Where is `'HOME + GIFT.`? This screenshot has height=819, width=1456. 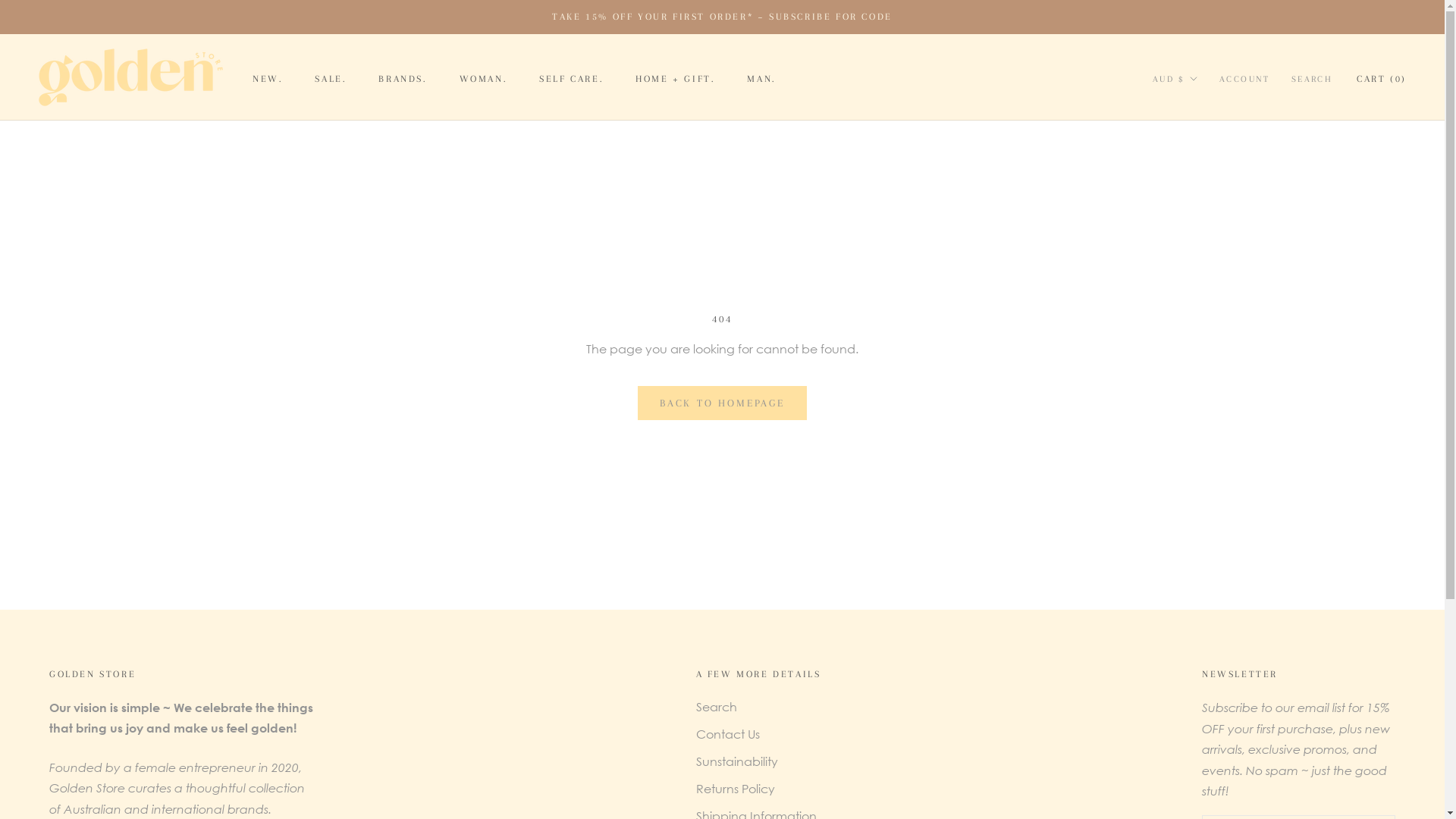
'HOME + GIFT. is located at coordinates (674, 79).